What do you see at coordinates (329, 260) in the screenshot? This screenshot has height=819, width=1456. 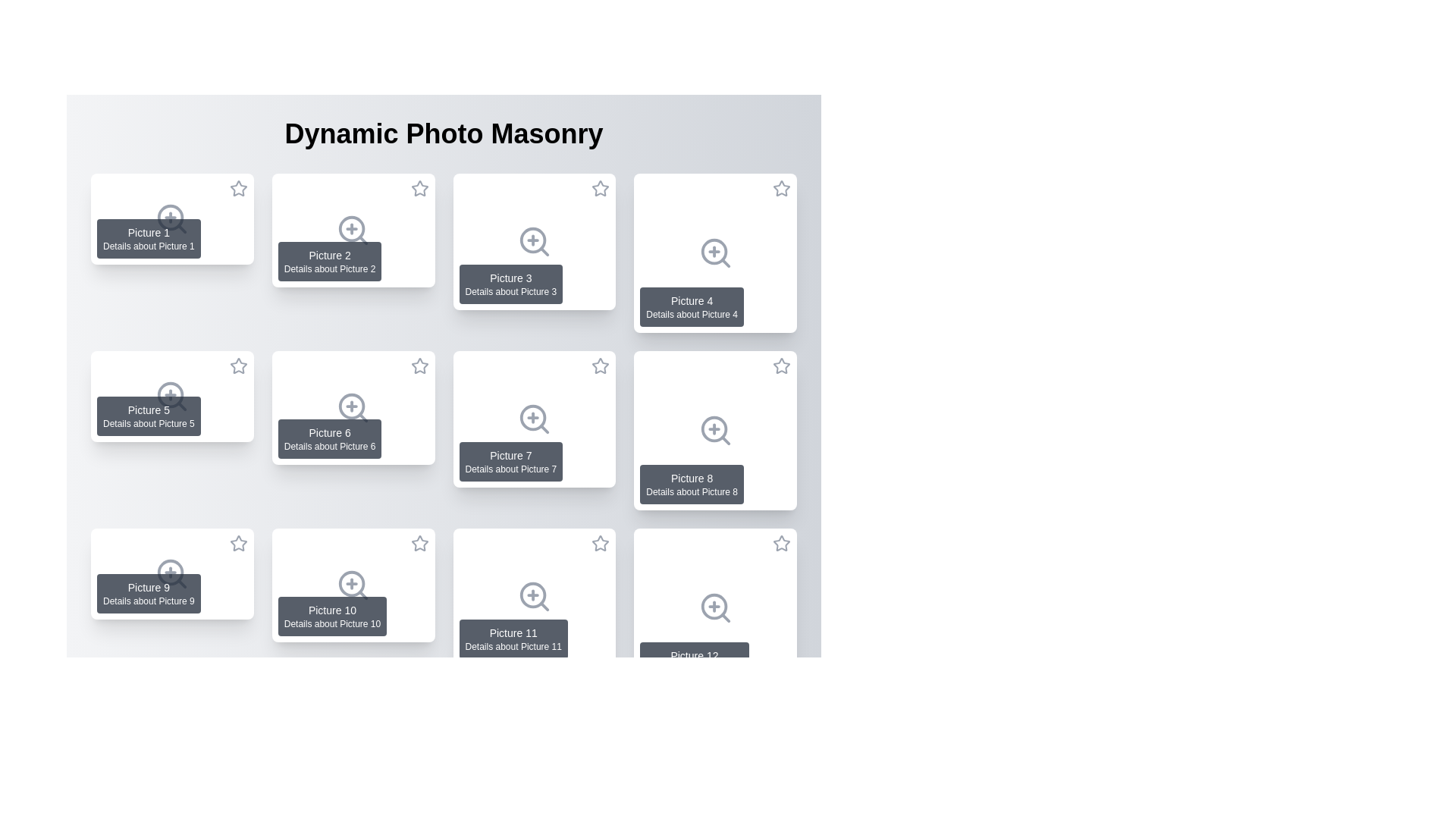 I see `the Text label area displaying 'Picture 2' with details about it, which has a dark gray background and white text` at bounding box center [329, 260].